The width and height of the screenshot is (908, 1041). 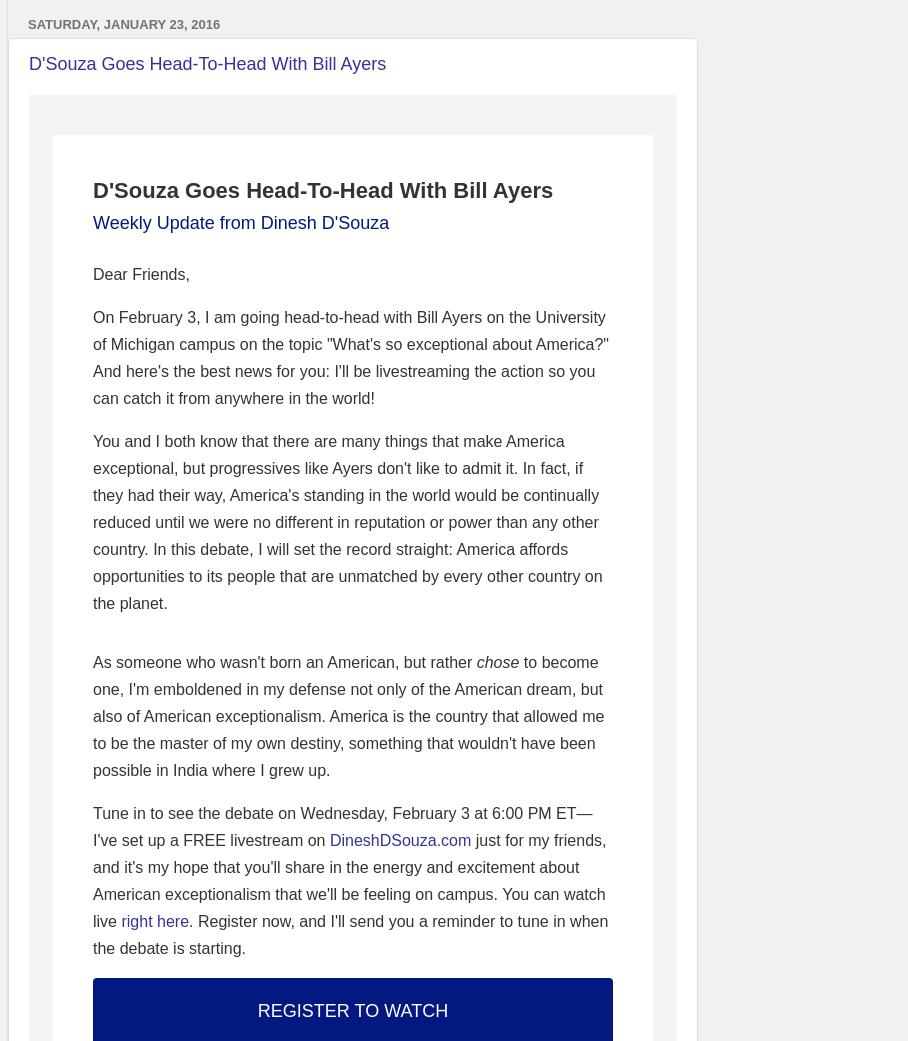 I want to click on 'REGISTER TO WATCH', so click(x=255, y=1011).